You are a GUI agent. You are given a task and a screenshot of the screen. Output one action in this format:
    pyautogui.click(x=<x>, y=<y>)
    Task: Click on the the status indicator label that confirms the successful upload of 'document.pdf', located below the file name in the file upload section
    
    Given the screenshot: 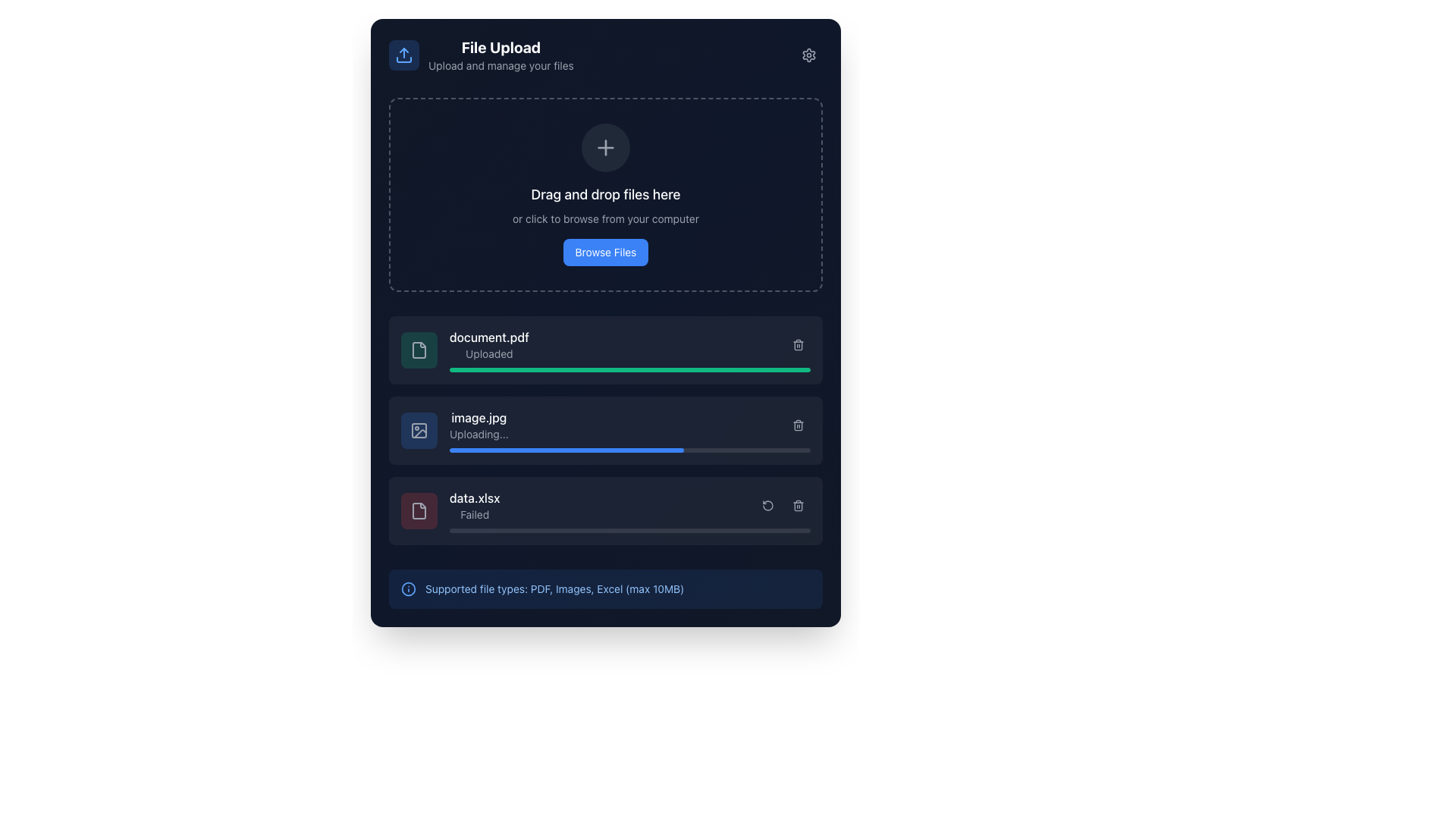 What is the action you would take?
    pyautogui.click(x=489, y=353)
    